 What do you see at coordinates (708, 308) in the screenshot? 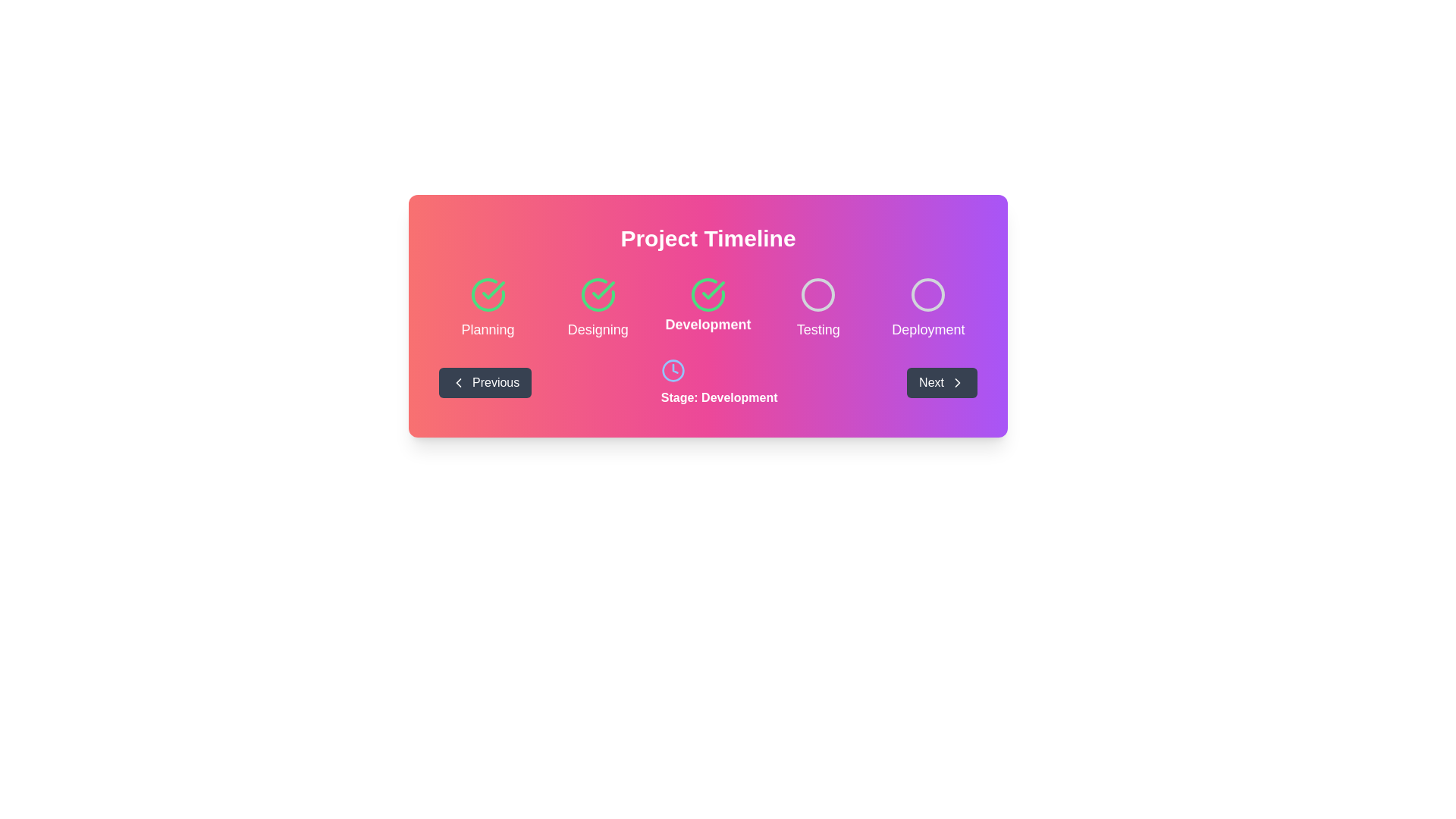
I see `Progress Tracker element located below the 'Project Timeline' header for status updates, which visually communicates project stages and their completion status` at bounding box center [708, 308].